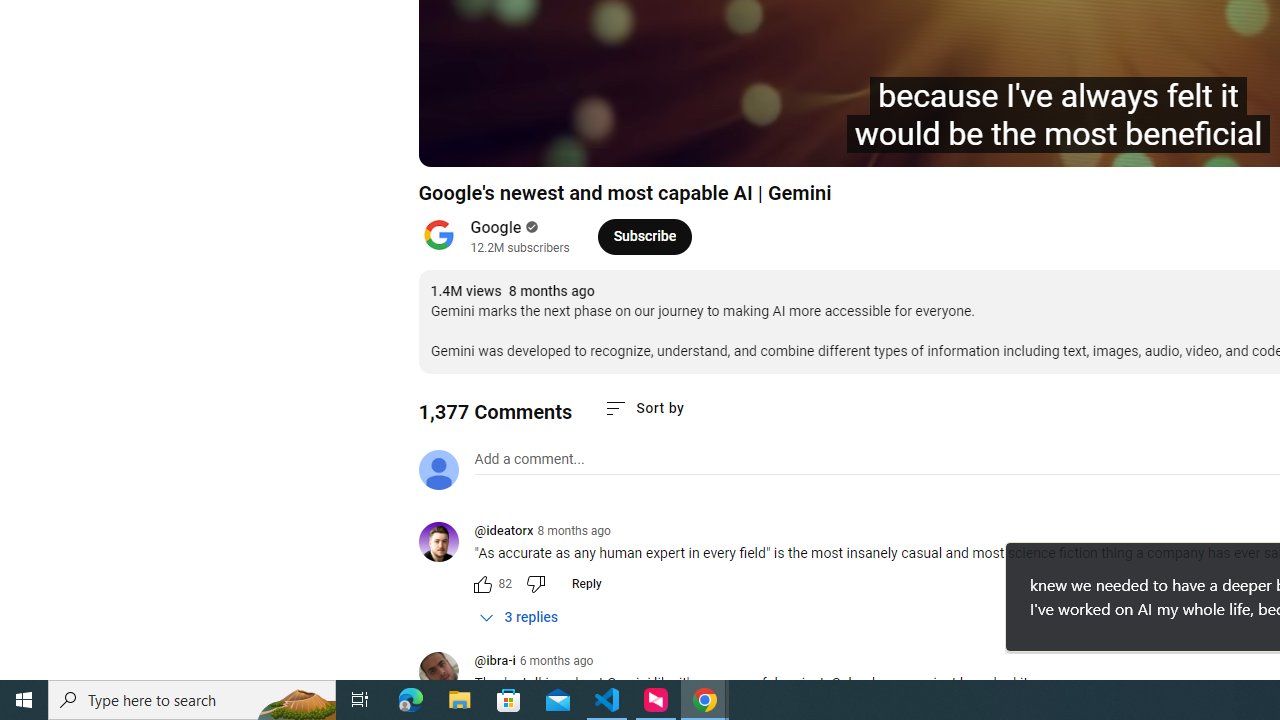  Describe the element at coordinates (585, 583) in the screenshot. I see `'Reply'` at that location.